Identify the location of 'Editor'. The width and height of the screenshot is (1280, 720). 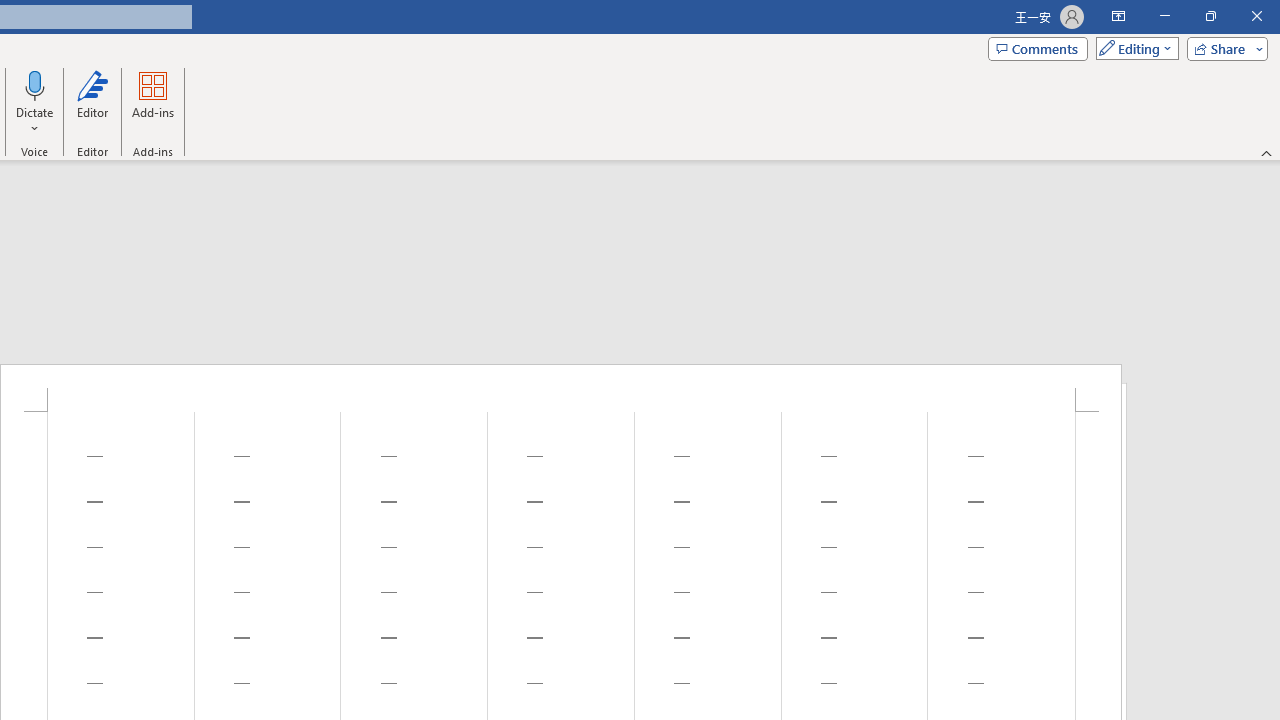
(91, 103).